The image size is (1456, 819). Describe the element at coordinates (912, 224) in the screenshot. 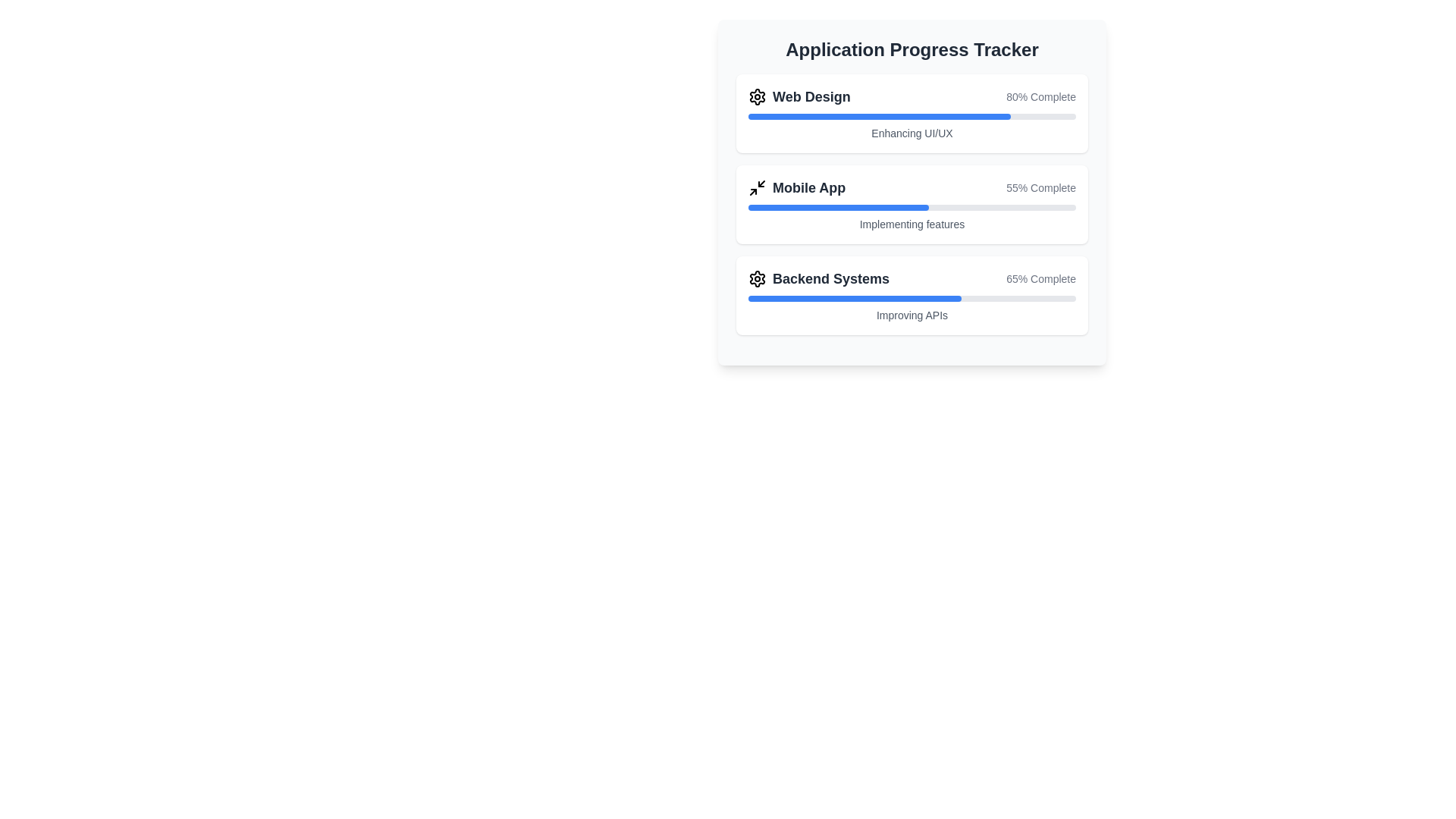

I see `the descriptive text label that indicates the progress status of the 'Mobile App' task, located below the blue progress bar in the second section of the 'Application Progress Tracker'` at that location.